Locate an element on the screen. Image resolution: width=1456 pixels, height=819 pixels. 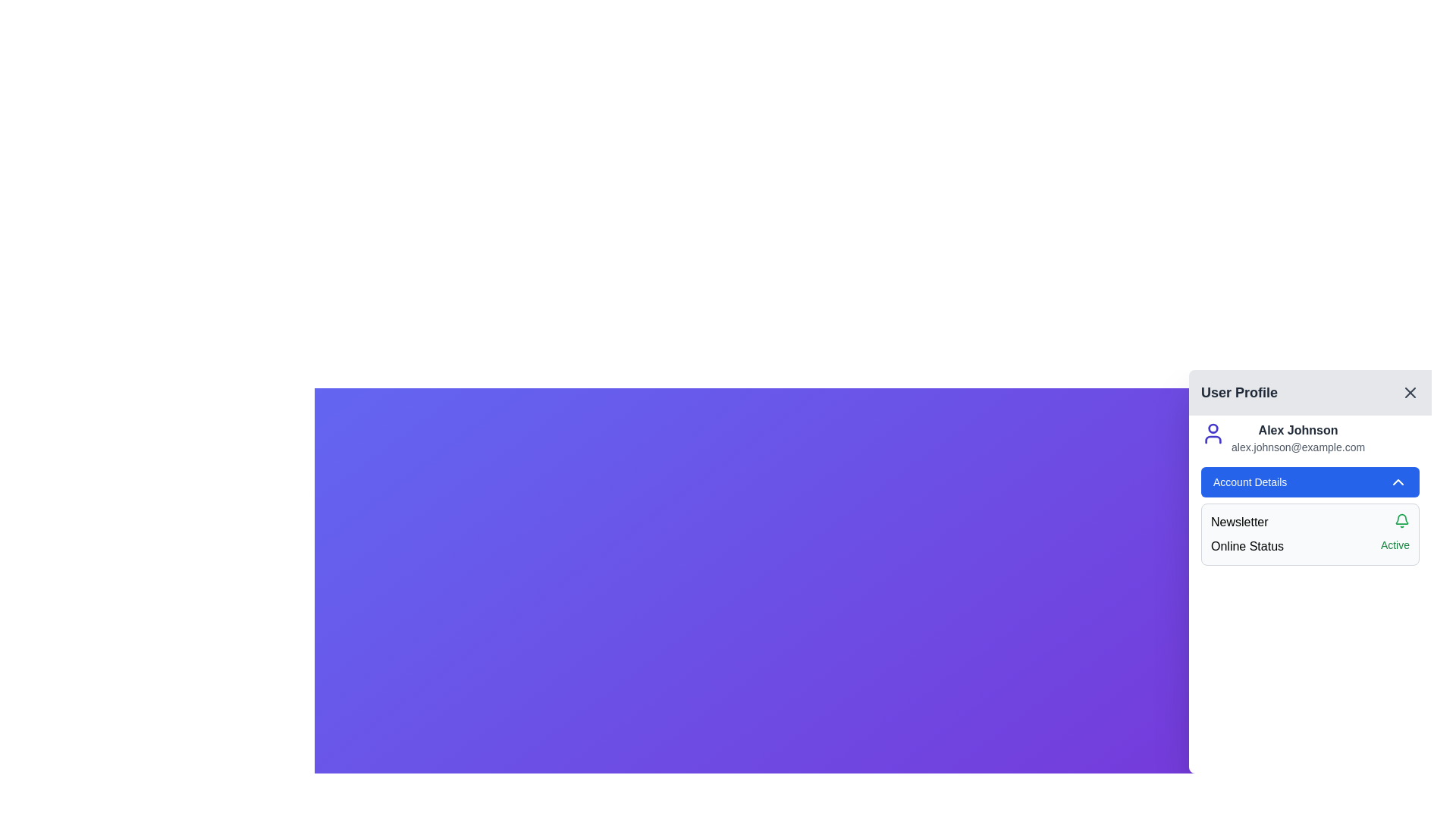
the 'Online Status' option in the User Profile sidebar is located at coordinates (1310, 571).